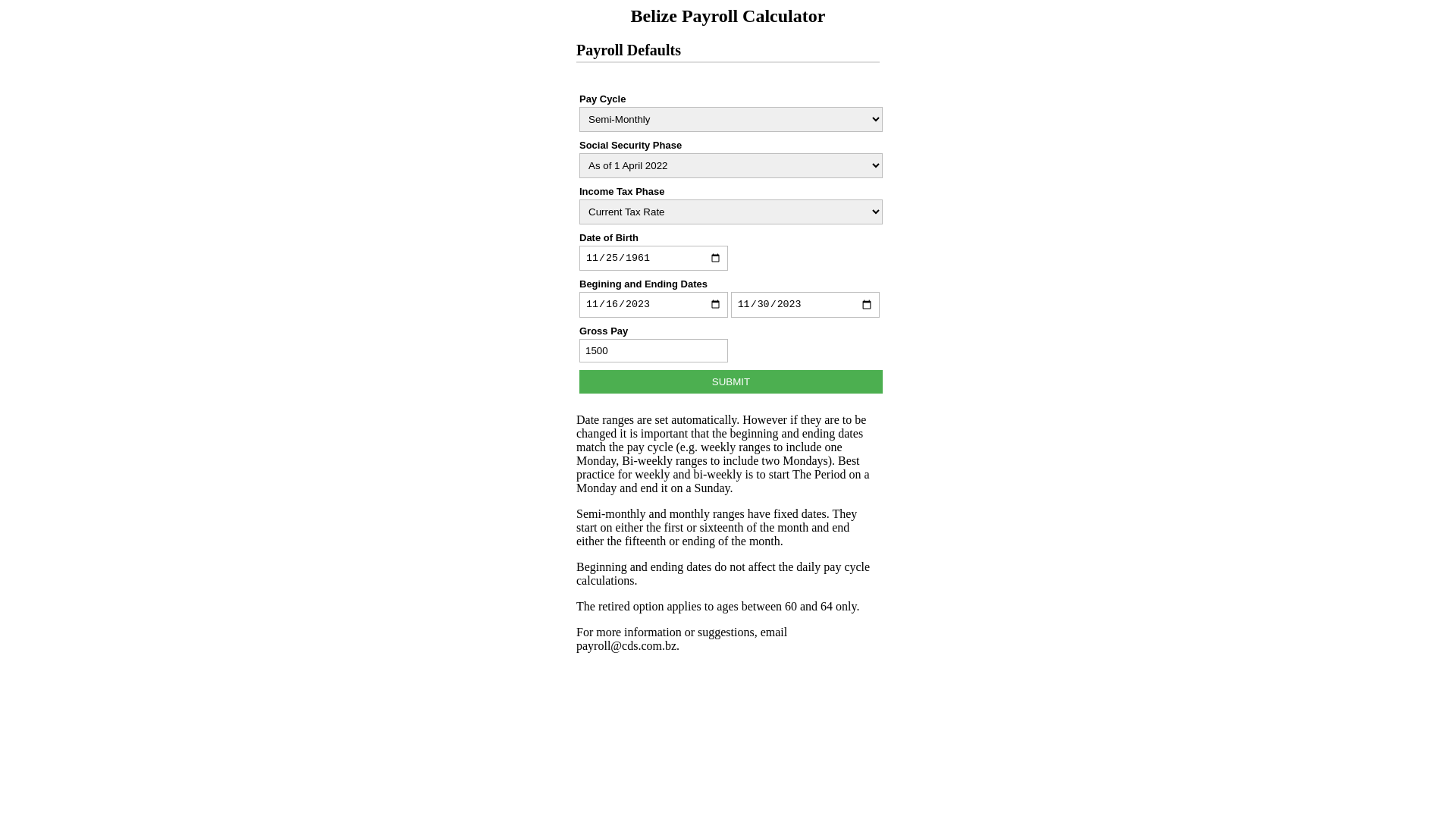  I want to click on 'SUBMIT', so click(731, 381).